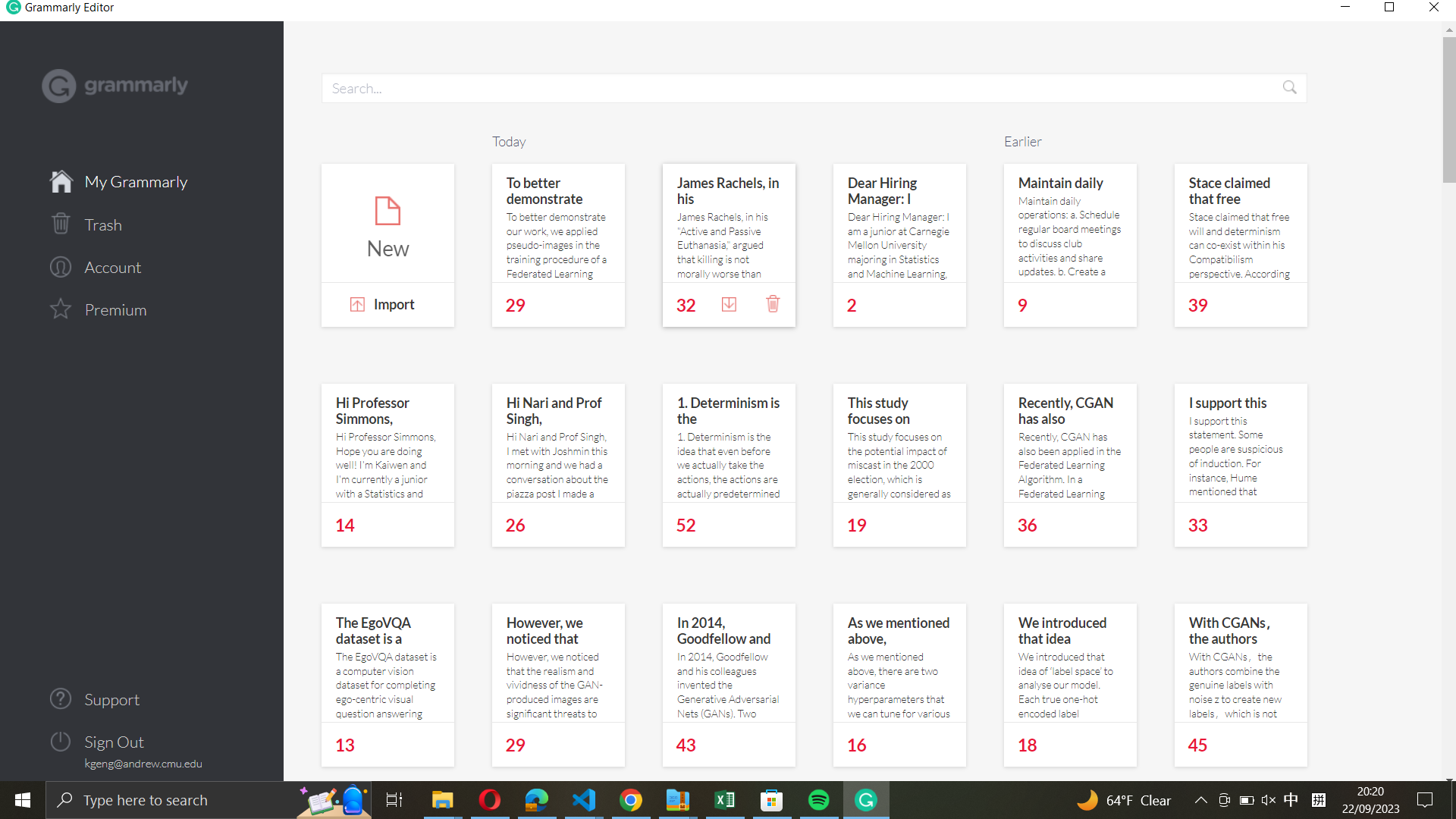  Describe the element at coordinates (557, 222) in the screenshot. I see `Browse "Note Better Demonstrate" document` at that location.